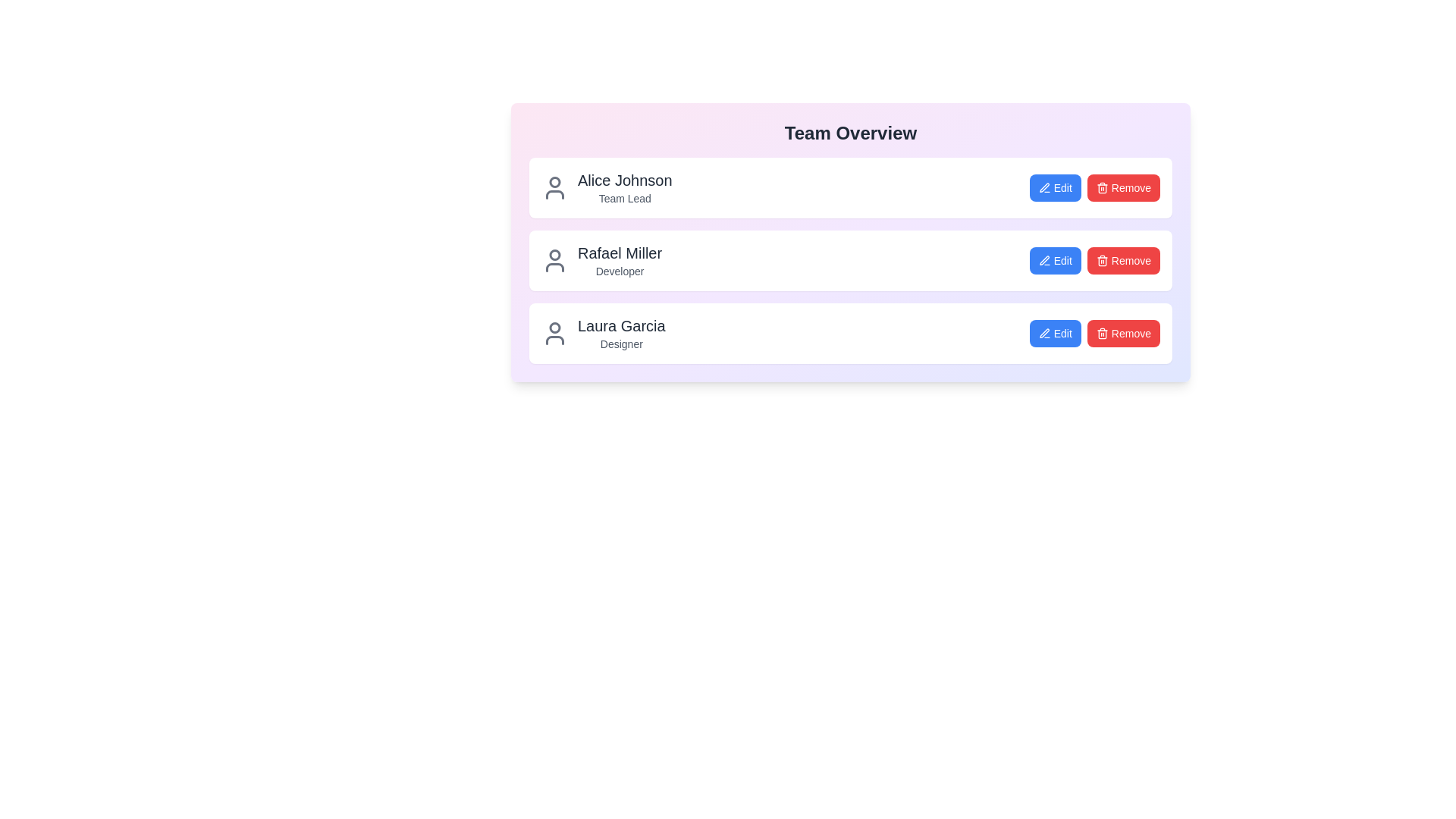 The width and height of the screenshot is (1456, 819). I want to click on the 'Edit' button for the team member Laura Garcia, so click(1054, 332).